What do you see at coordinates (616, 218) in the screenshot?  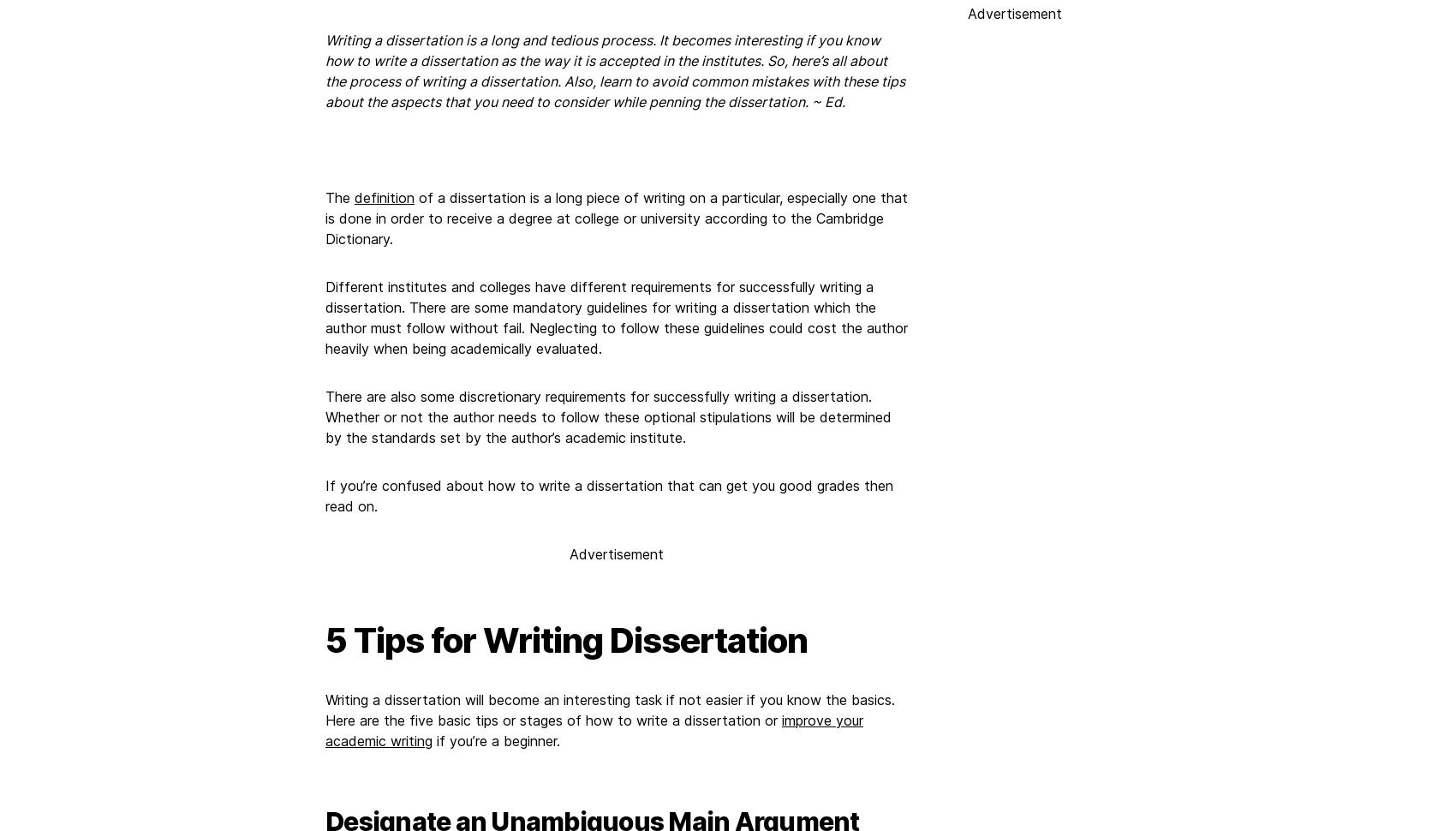 I see `'of a dissertation is a long piece of writing on a particular, especially one that is done in order to receive a degree at college or university according to the Cambridge Dictionary.'` at bounding box center [616, 218].